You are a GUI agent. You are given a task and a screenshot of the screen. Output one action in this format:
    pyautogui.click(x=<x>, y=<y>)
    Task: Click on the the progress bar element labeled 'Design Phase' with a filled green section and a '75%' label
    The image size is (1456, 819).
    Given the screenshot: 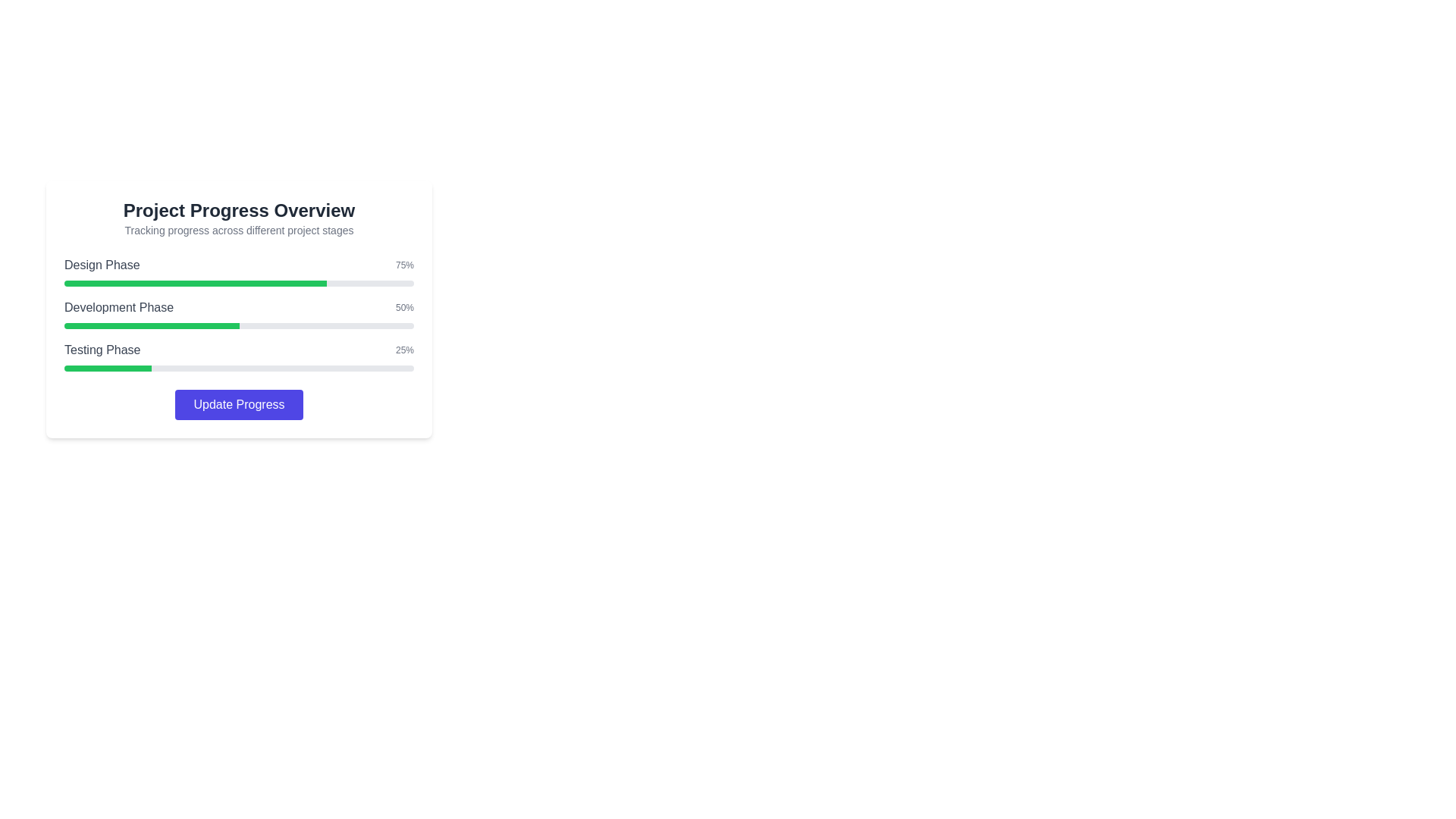 What is the action you would take?
    pyautogui.click(x=238, y=284)
    